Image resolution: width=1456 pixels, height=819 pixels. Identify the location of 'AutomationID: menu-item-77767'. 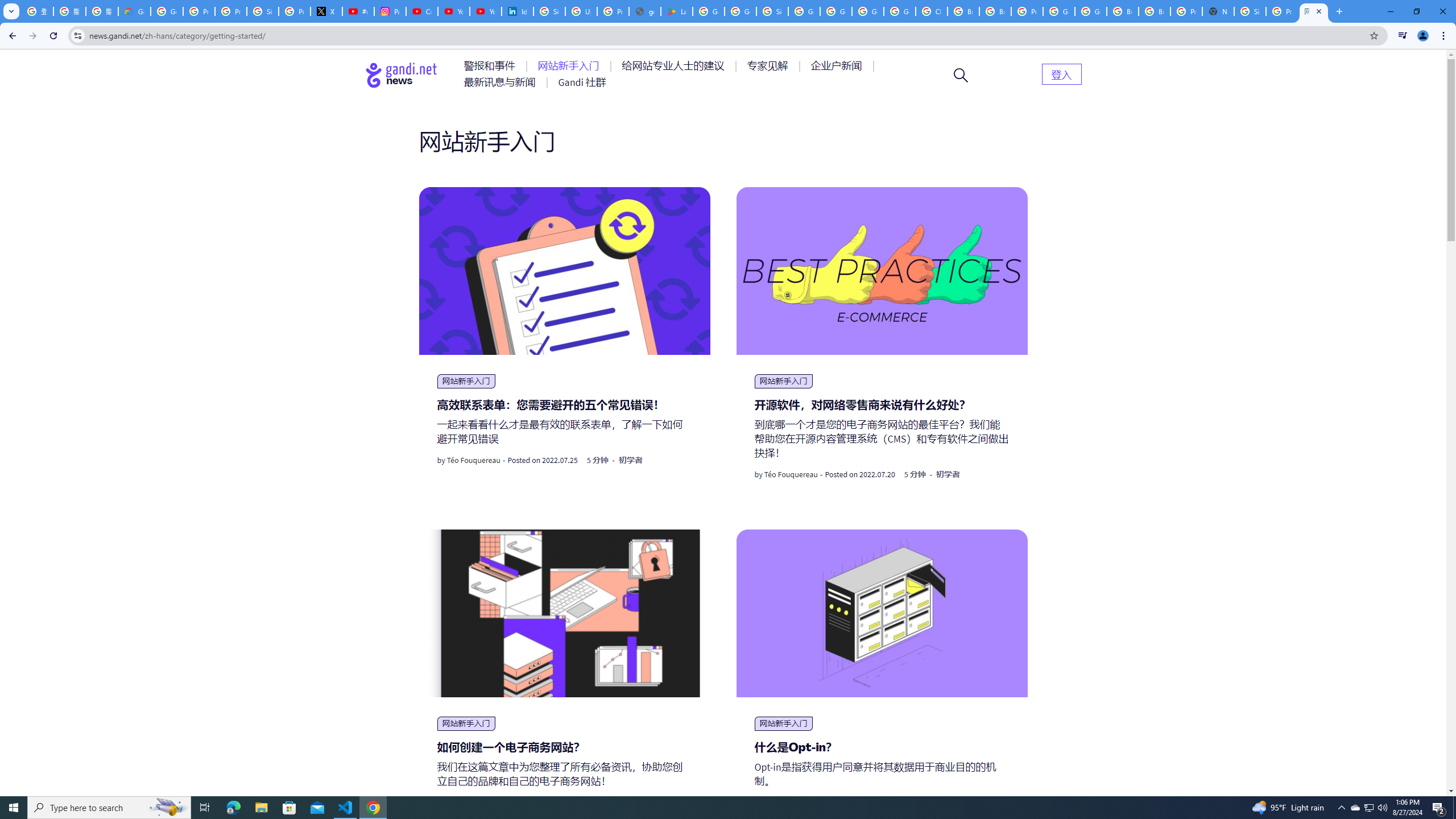
(582, 81).